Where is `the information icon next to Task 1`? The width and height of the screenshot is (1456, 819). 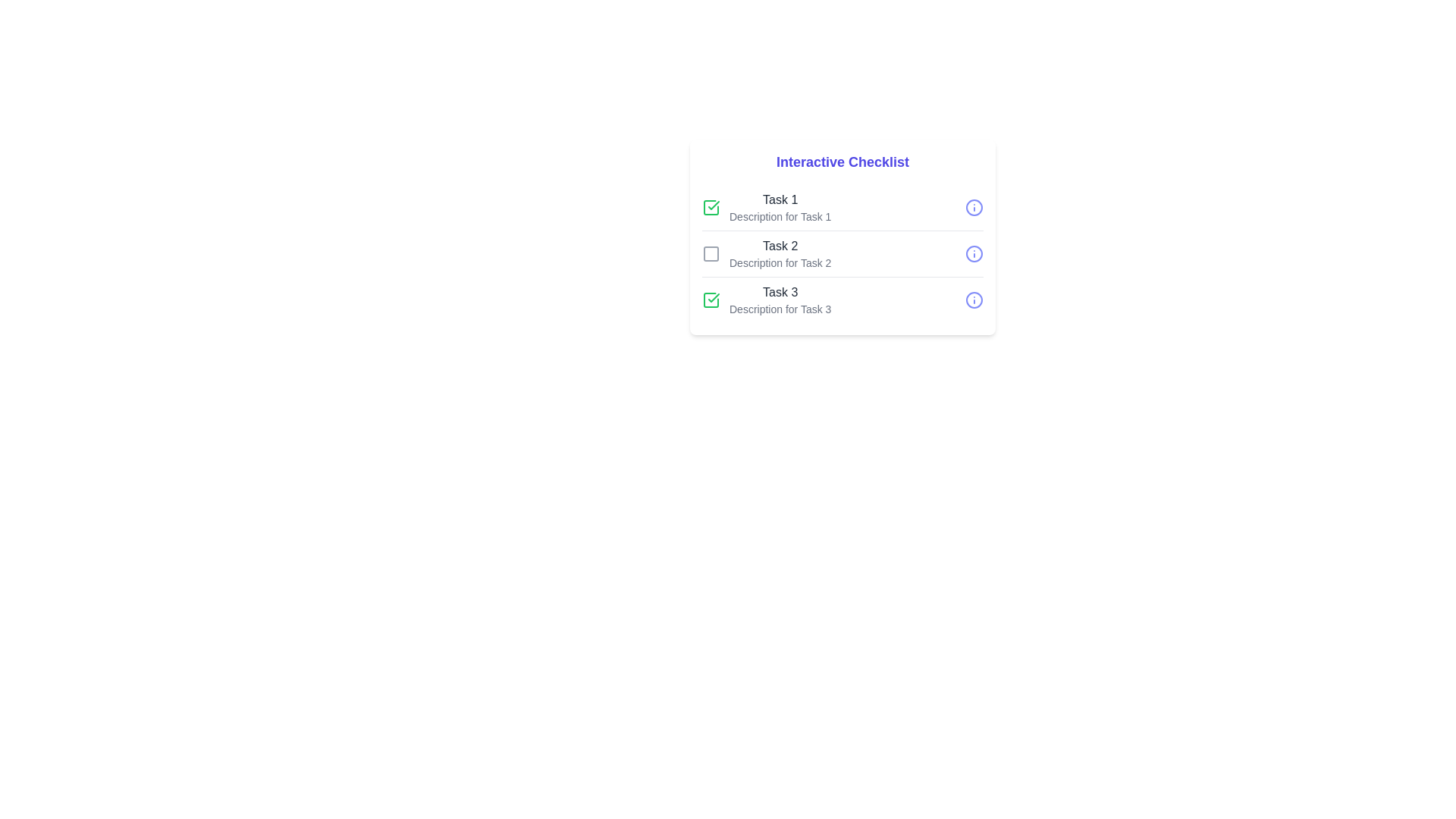
the information icon next to Task 1 is located at coordinates (974, 207).